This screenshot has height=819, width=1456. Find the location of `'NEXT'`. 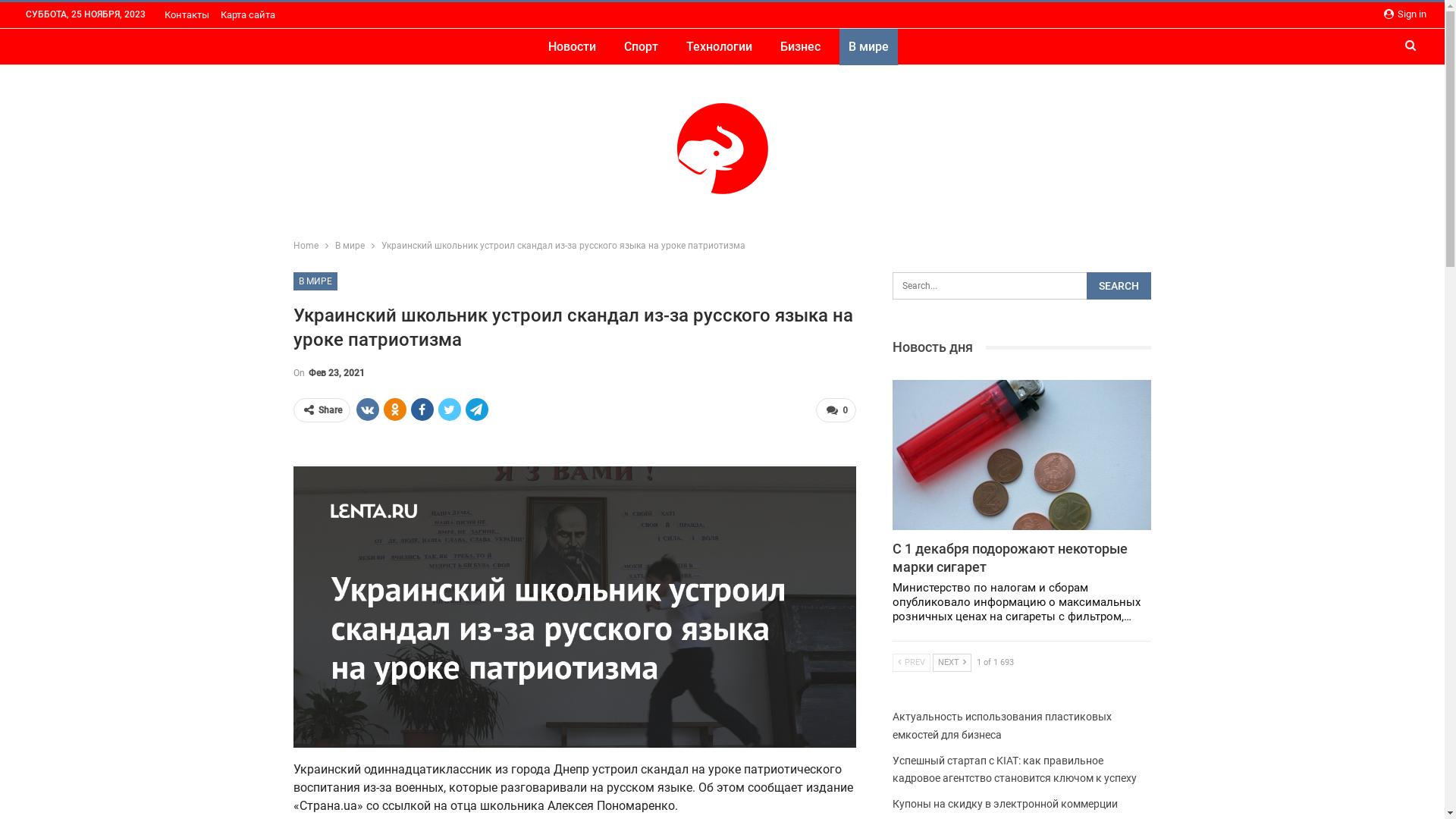

'NEXT' is located at coordinates (951, 662).